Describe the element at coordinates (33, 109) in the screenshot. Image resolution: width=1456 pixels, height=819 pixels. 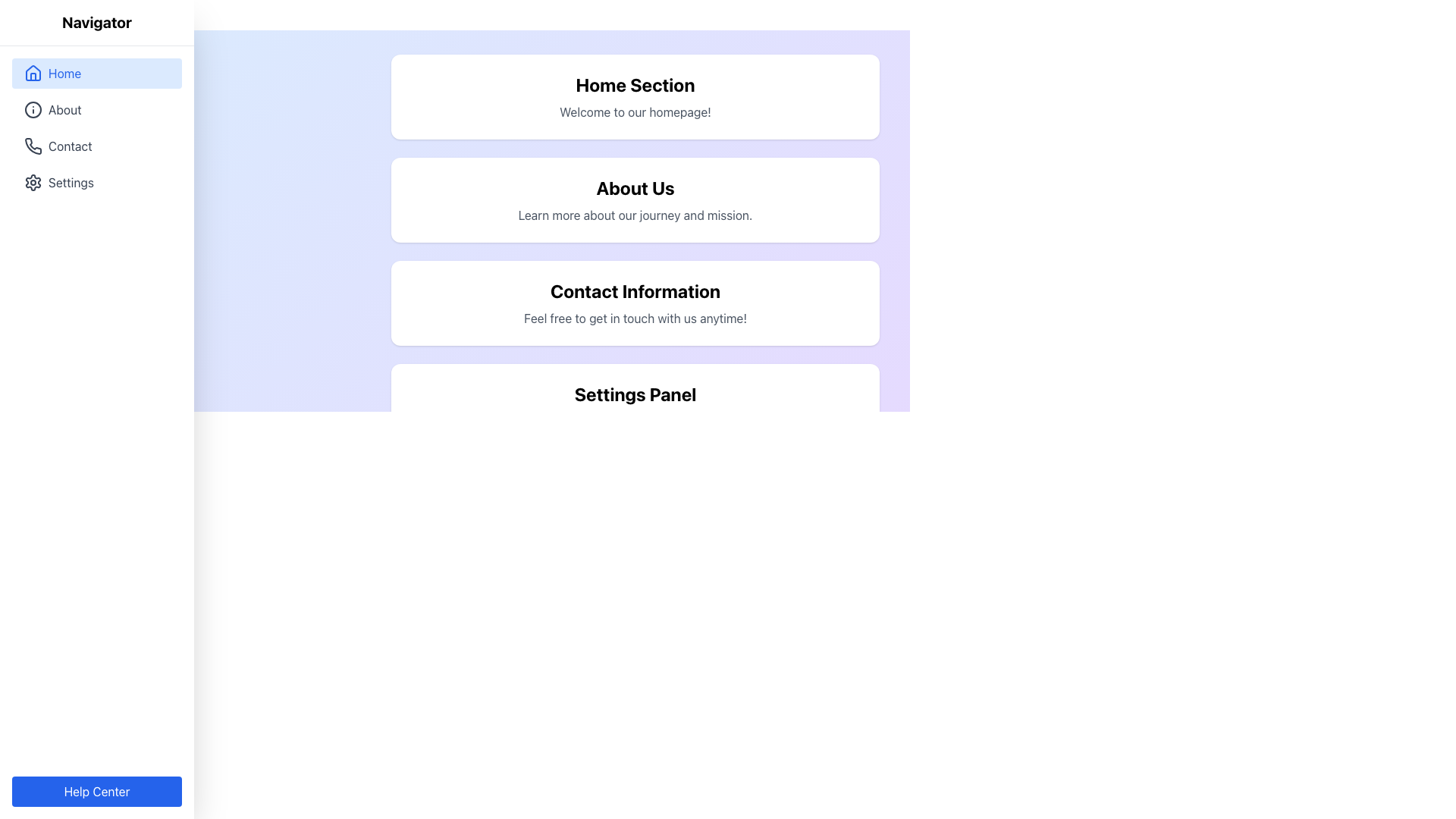
I see `the circular information icon located in the 'About' menu item of the vertical navigation sidebar, positioned directly to the left of the 'About' text` at that location.